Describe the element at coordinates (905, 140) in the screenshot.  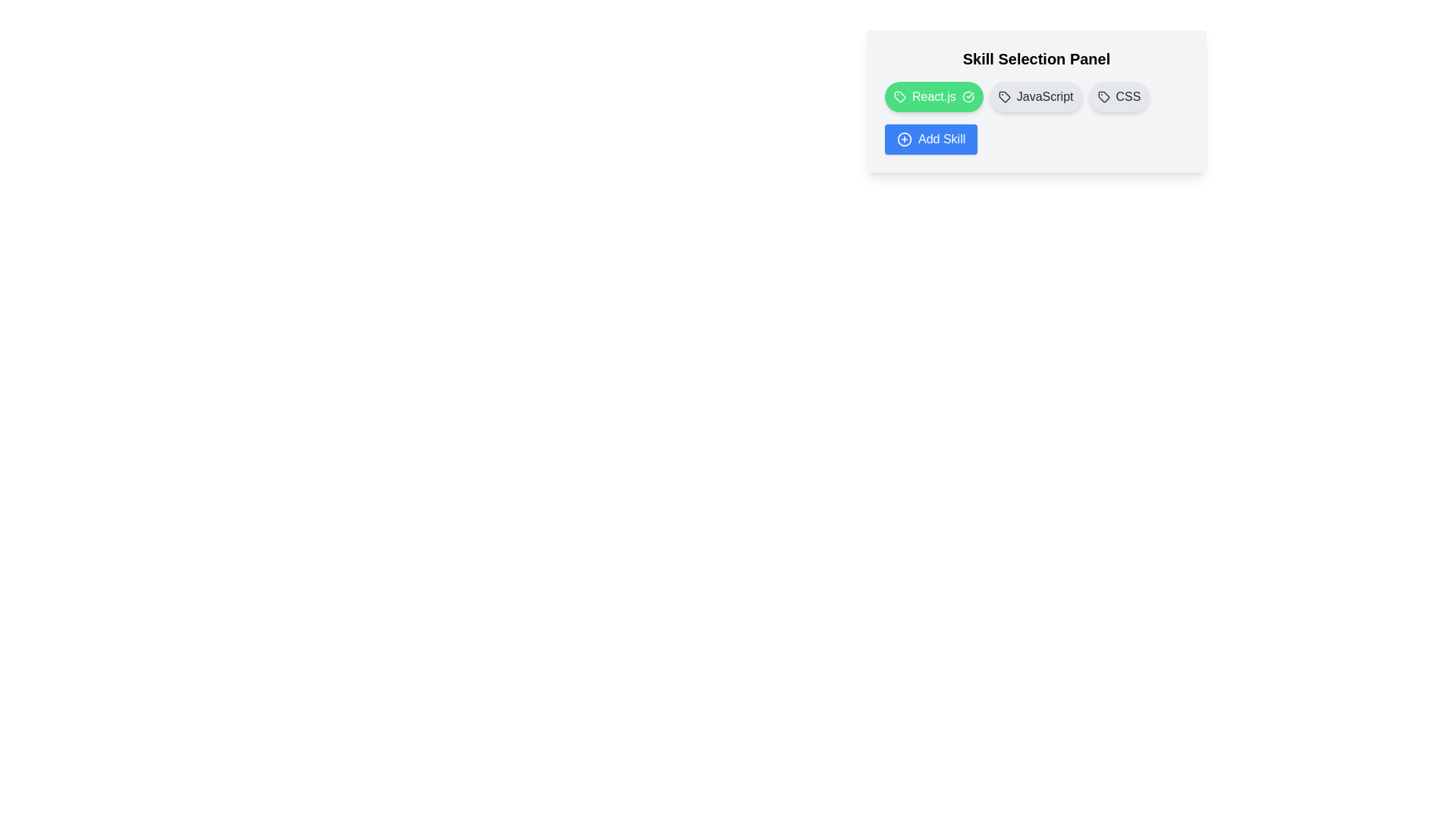
I see `the 'Add Skill' button that contains a circular plus sign icon, which is visually presented as a blue rectangular button positioned underneath the 'Skill Selection Panel'` at that location.